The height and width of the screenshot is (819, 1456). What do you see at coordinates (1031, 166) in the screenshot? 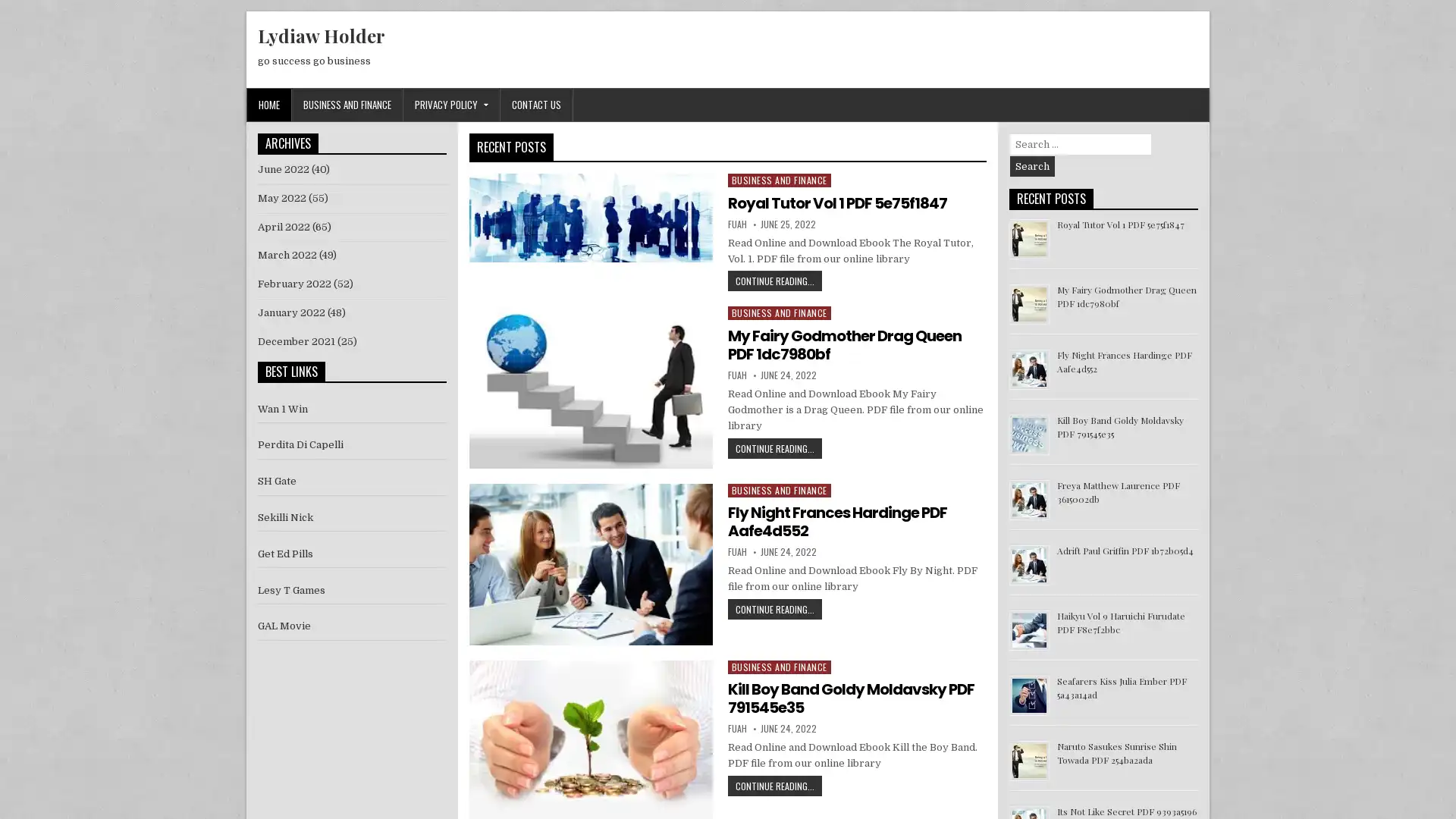
I see `Search` at bounding box center [1031, 166].